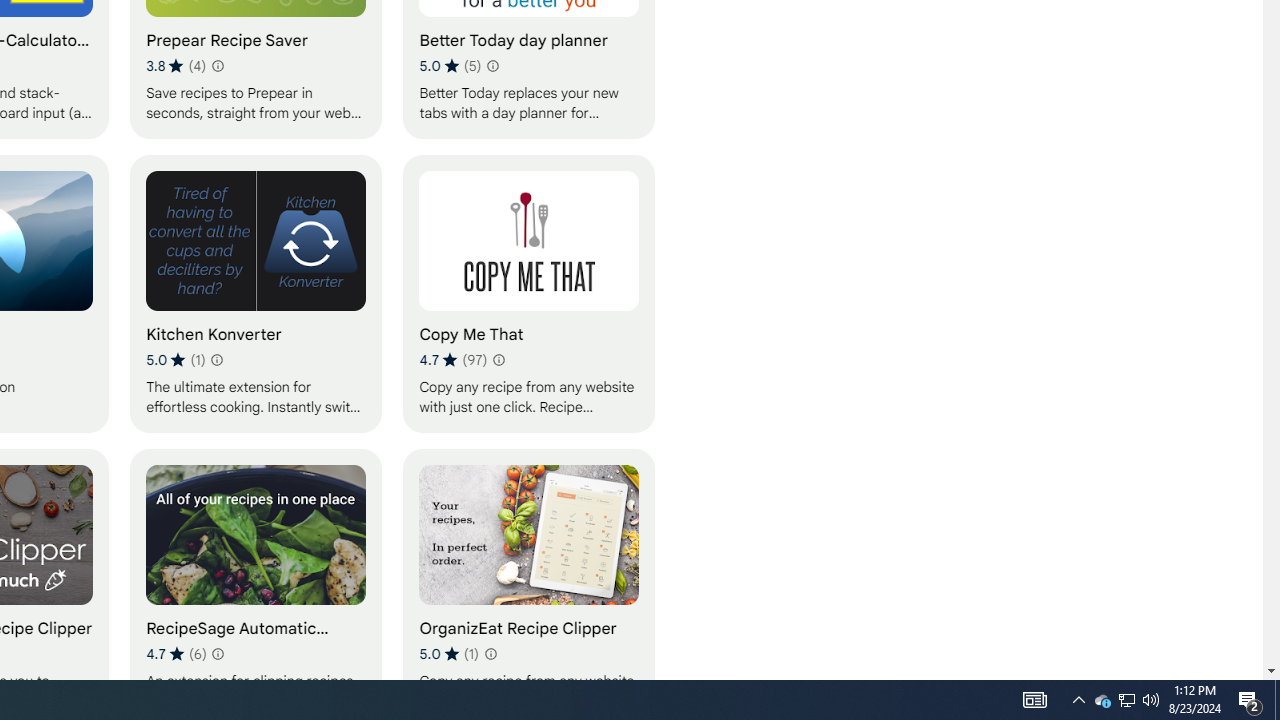  I want to click on 'Learn more about results and reviews "Copy Me That"', so click(498, 360).